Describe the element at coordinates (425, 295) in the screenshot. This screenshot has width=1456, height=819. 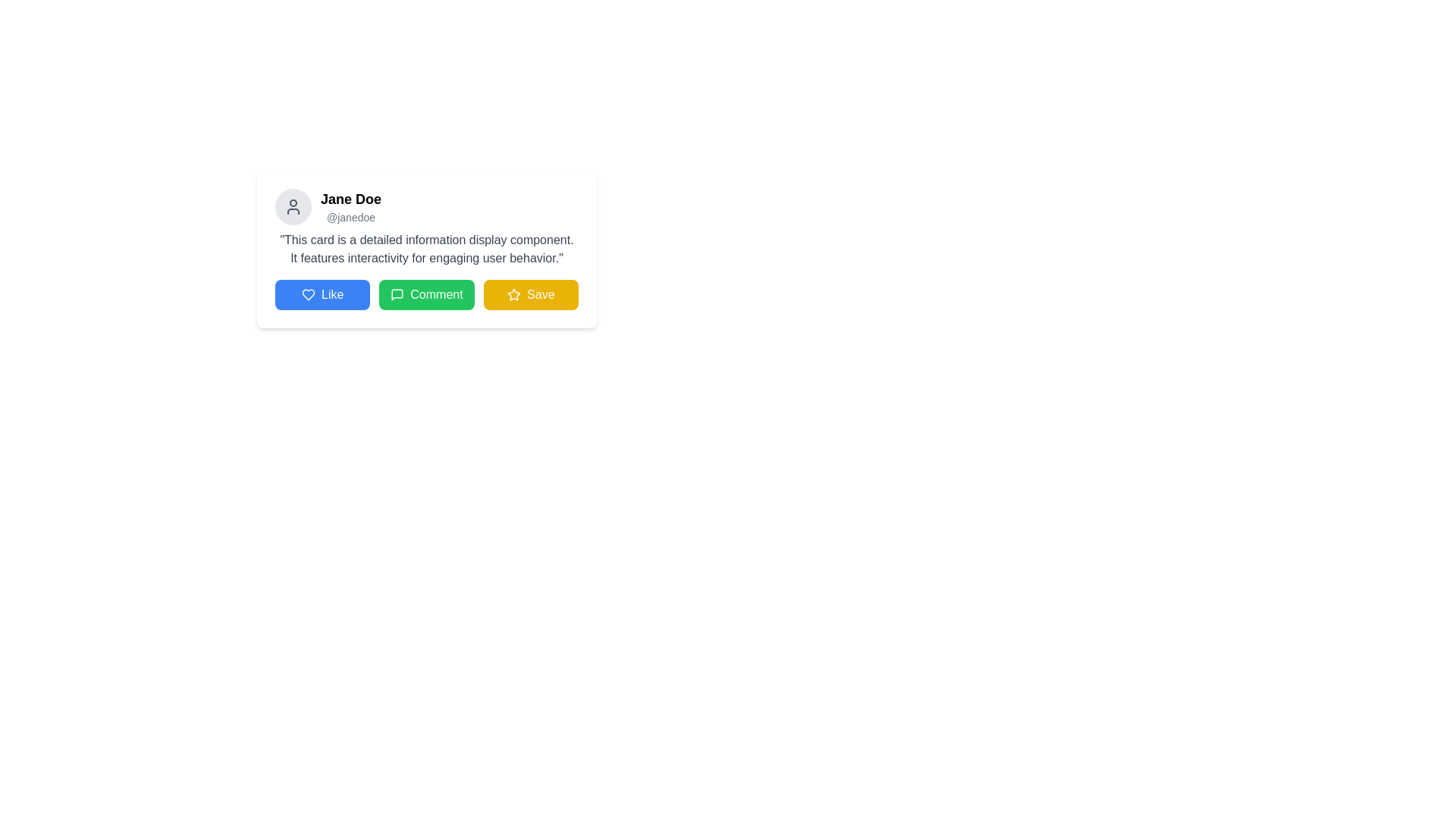
I see `the green 'Comment' button with a white comment bubble icon, located between the blue 'Like' button and the yellow 'Save' button` at that location.